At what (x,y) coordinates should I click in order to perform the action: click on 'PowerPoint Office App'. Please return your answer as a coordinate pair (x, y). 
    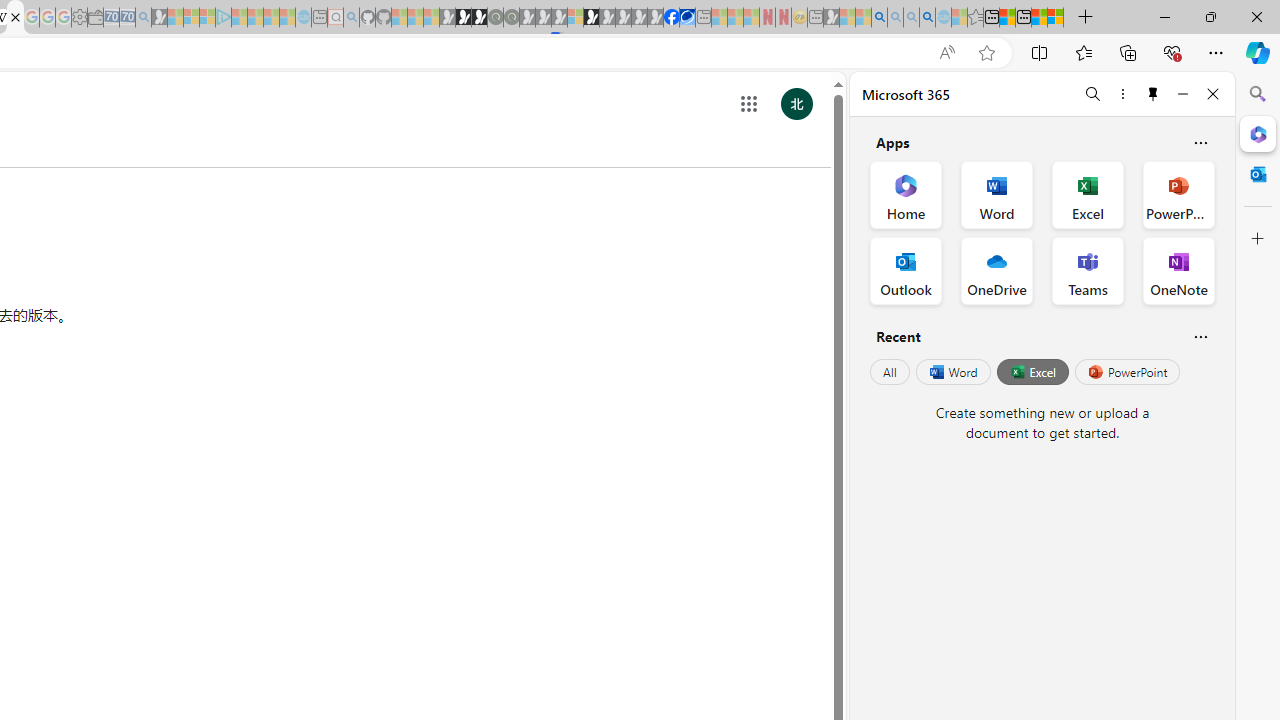
    Looking at the image, I should click on (1178, 195).